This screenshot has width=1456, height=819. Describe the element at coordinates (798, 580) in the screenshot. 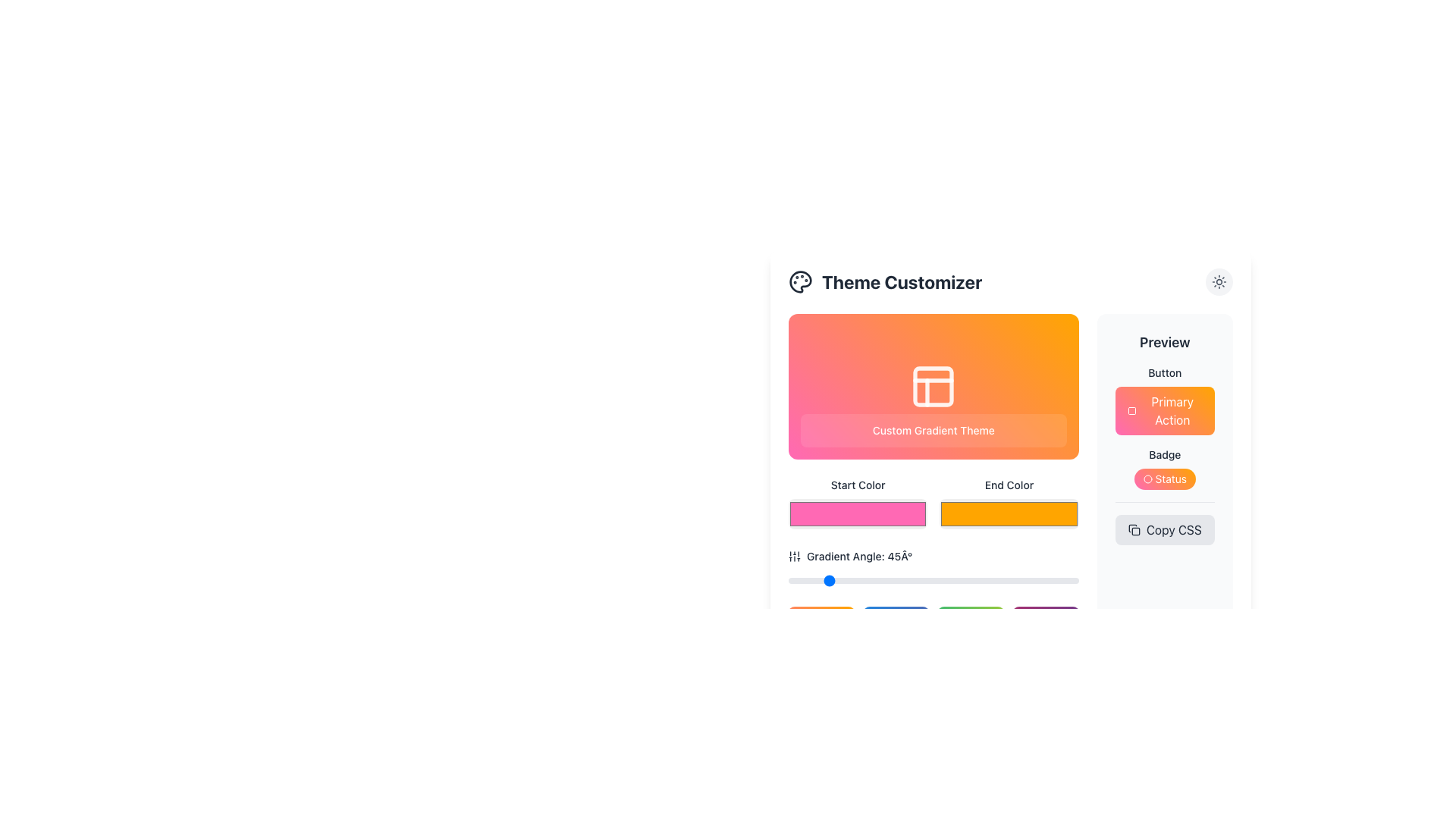

I see `the gradient angle` at that location.